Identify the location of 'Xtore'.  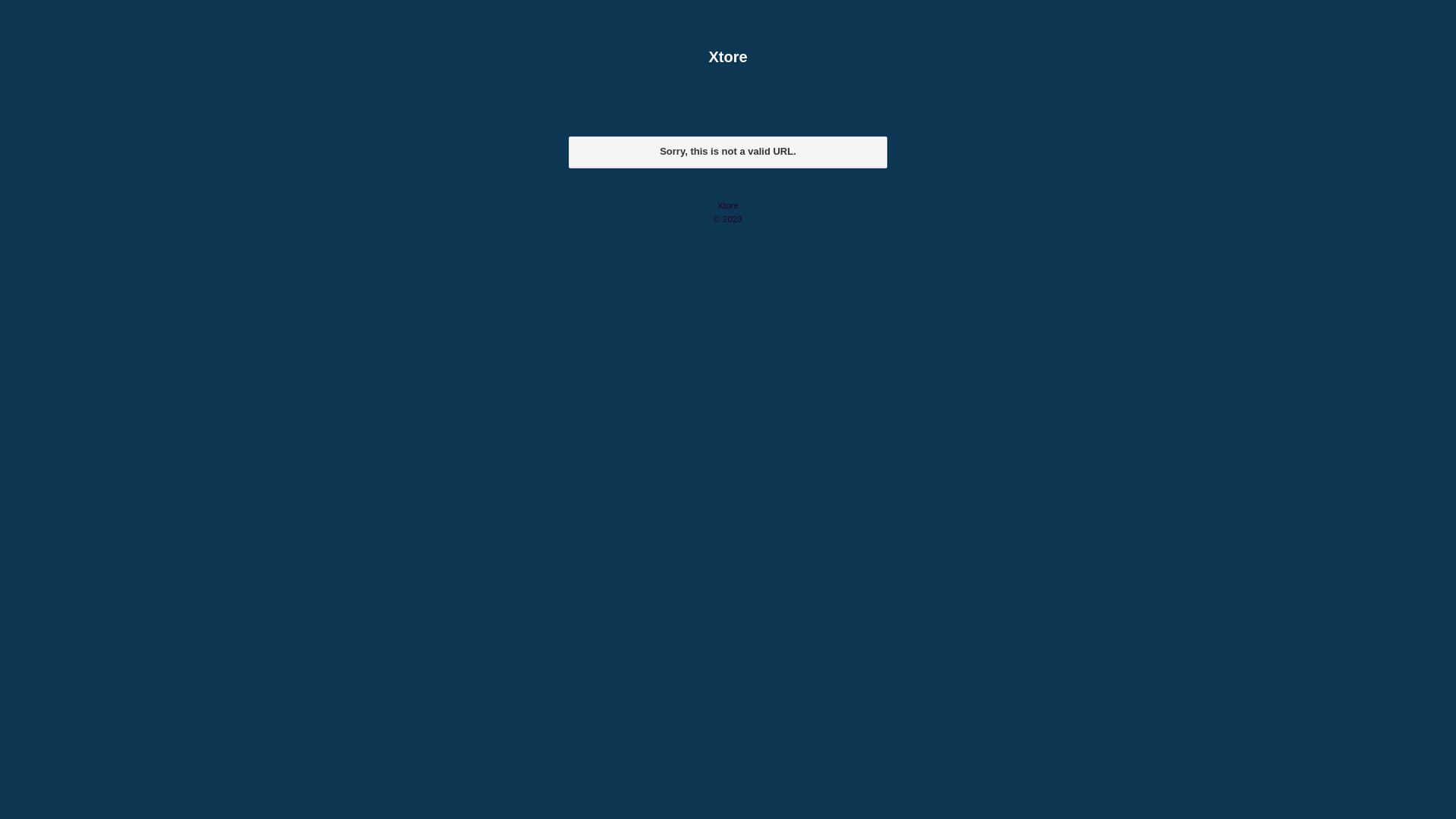
(728, 55).